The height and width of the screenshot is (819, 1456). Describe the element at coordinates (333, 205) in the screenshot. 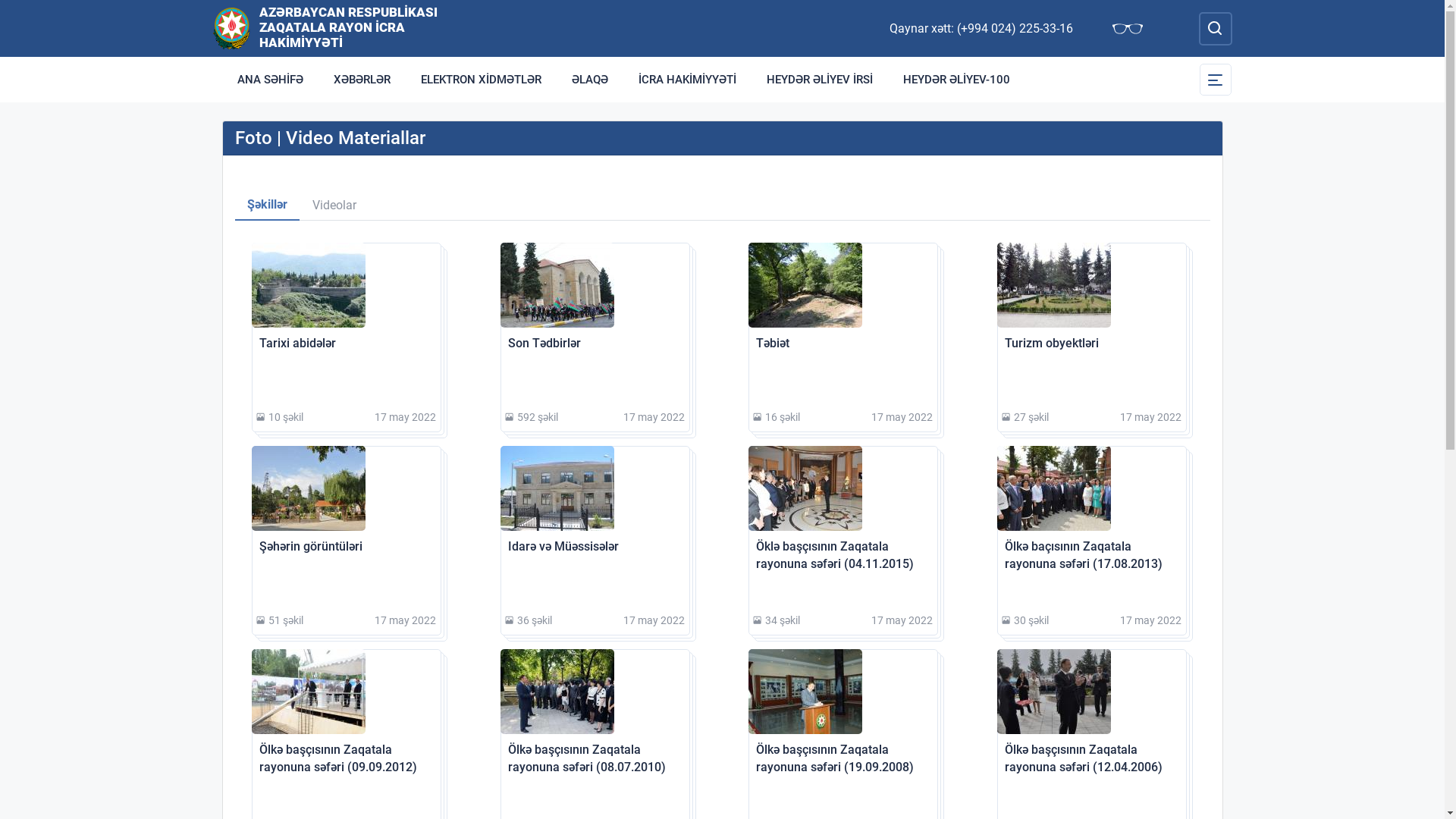

I see `'Videolar'` at that location.